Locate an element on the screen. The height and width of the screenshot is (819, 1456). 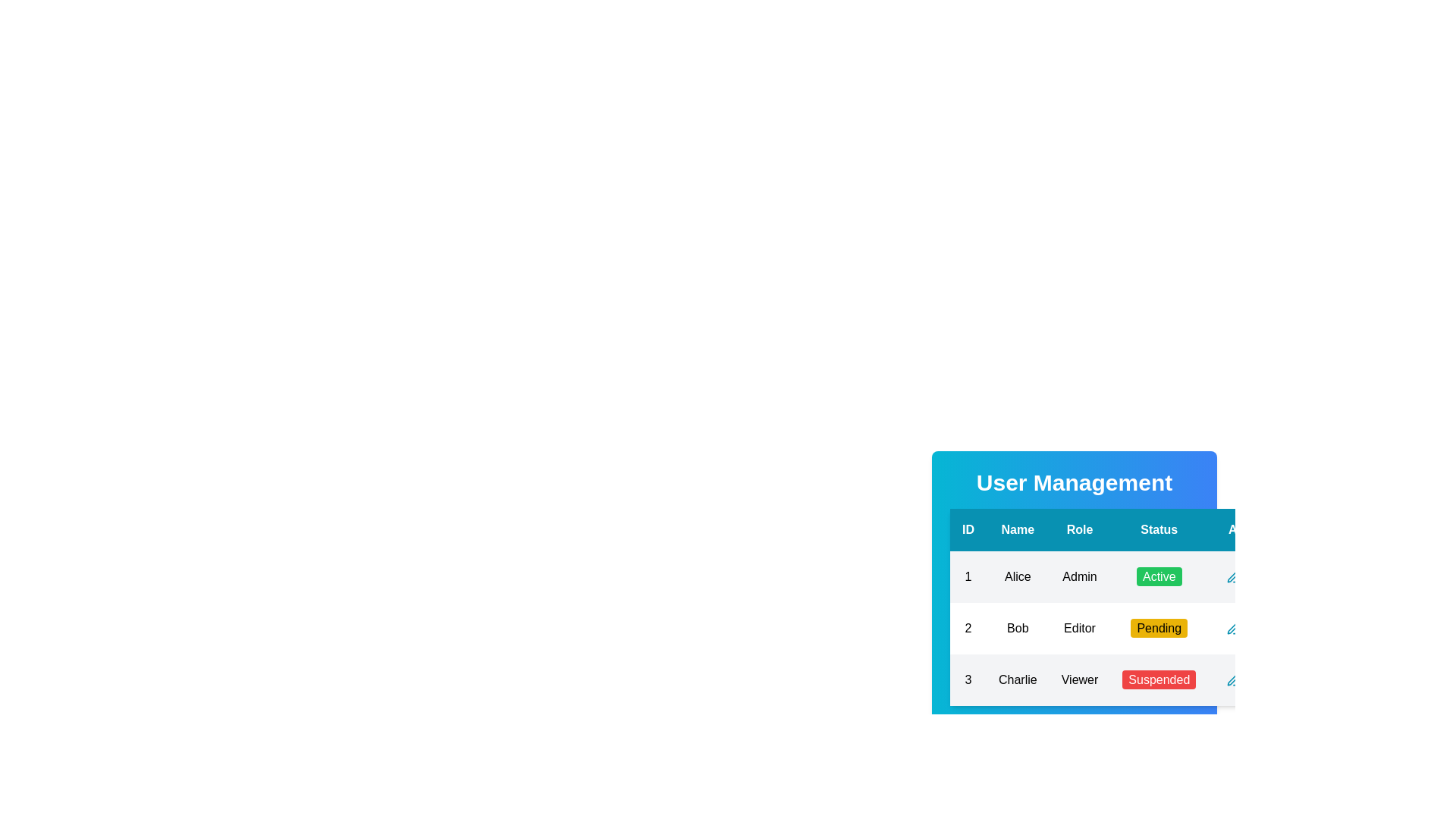
the status label in the second row of the User Management table that indicates the pending status of a user or item is located at coordinates (1158, 629).